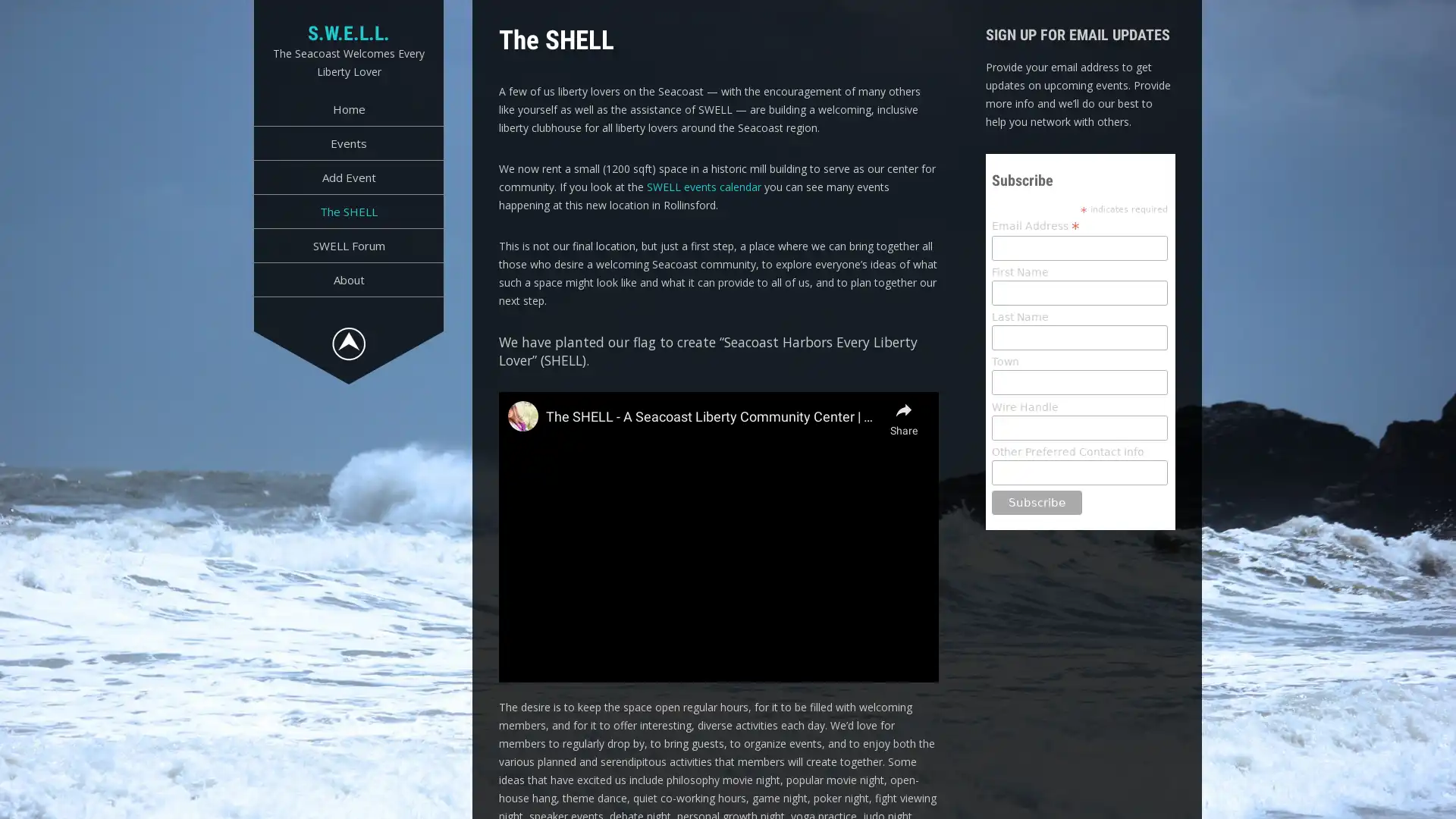 The image size is (1456, 819). Describe the element at coordinates (1035, 503) in the screenshot. I see `Subscribe` at that location.